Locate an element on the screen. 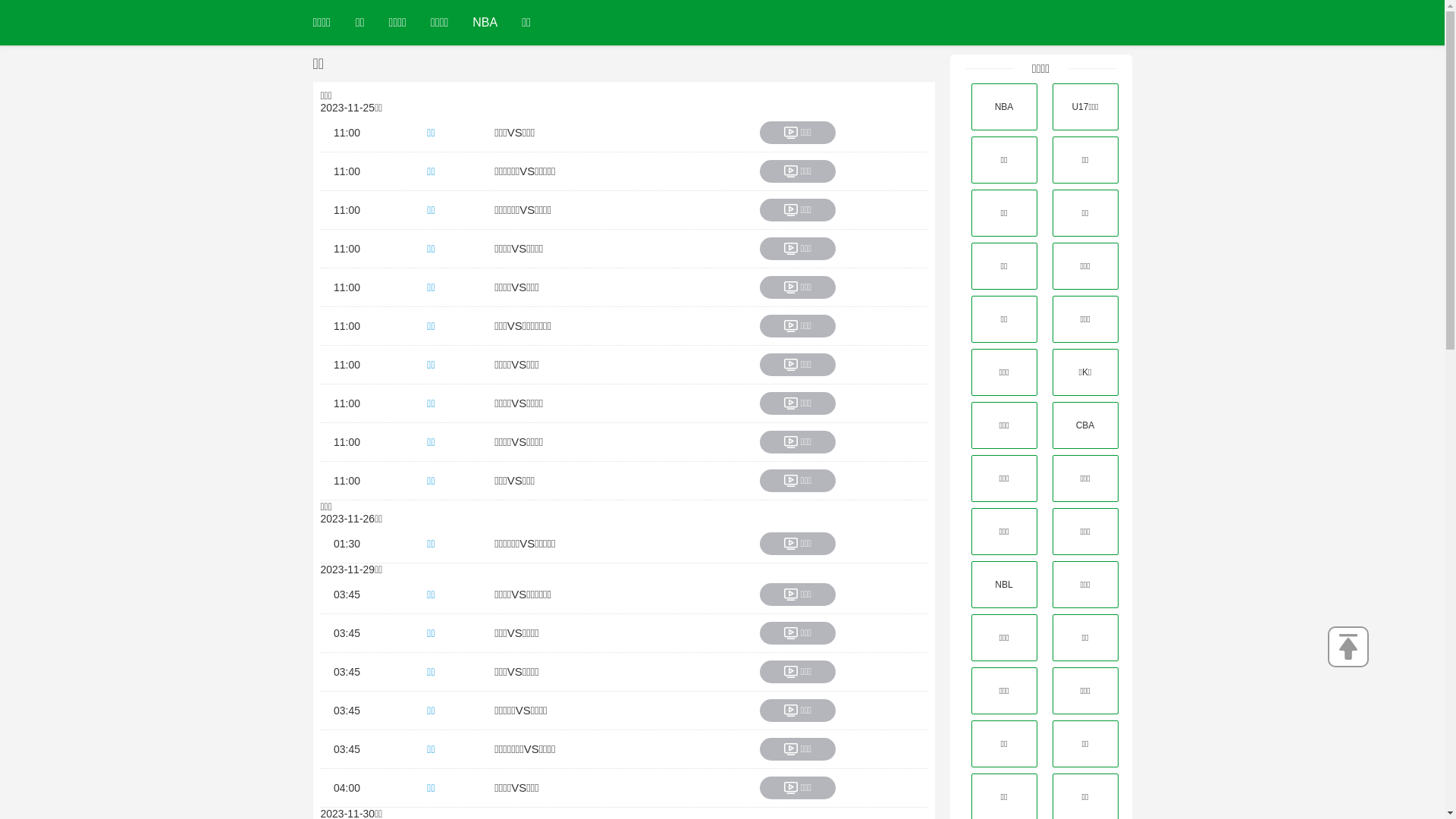 The image size is (1456, 819). '03:45' is located at coordinates (346, 593).